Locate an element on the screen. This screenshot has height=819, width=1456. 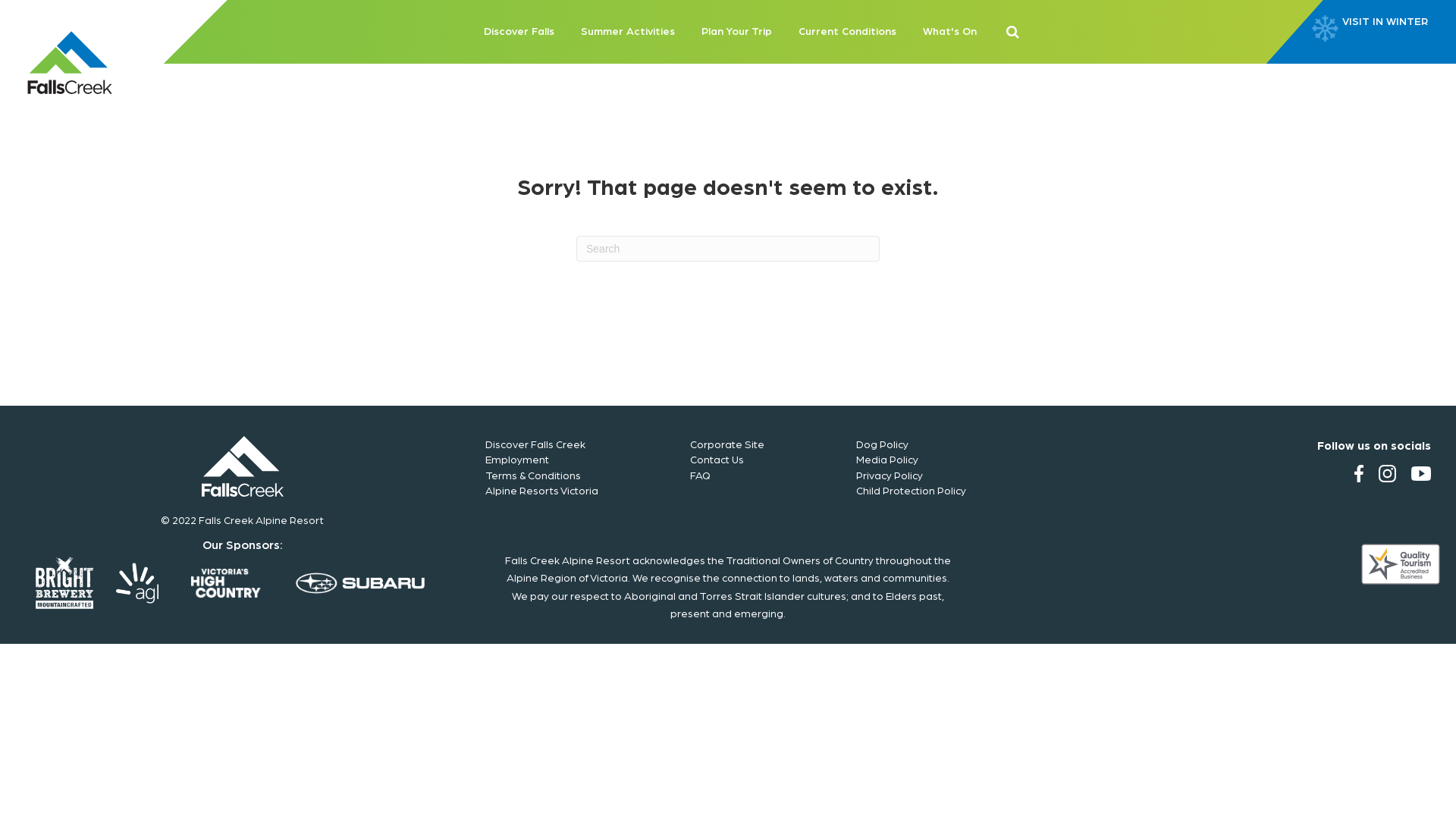
'Current Conditions' is located at coordinates (846, 32).